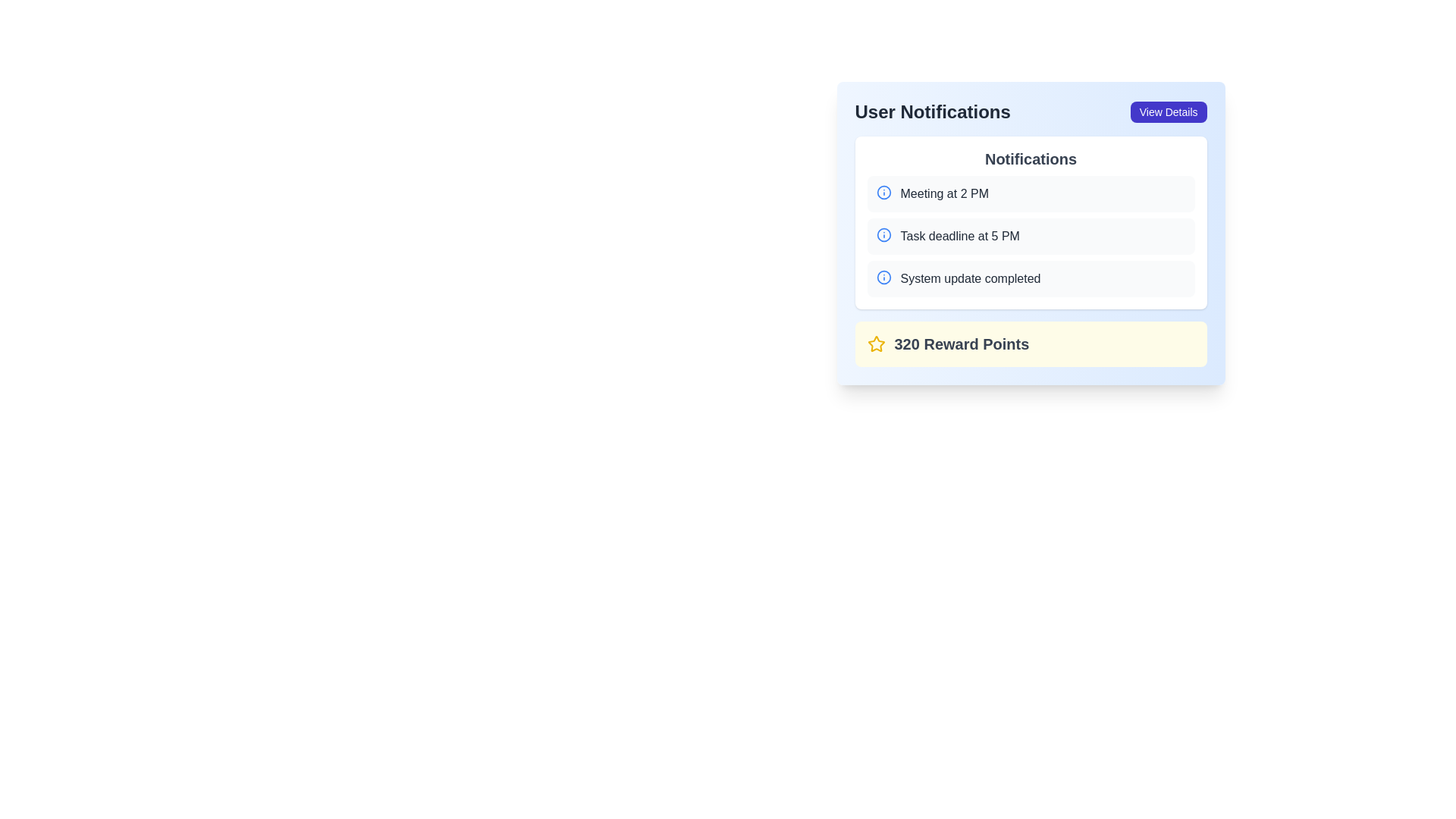  I want to click on the circular blue outline icon with a white fill, representing an information symbol, located in the notifications list next to the text 'Meeting at 2 PM', so click(883, 192).